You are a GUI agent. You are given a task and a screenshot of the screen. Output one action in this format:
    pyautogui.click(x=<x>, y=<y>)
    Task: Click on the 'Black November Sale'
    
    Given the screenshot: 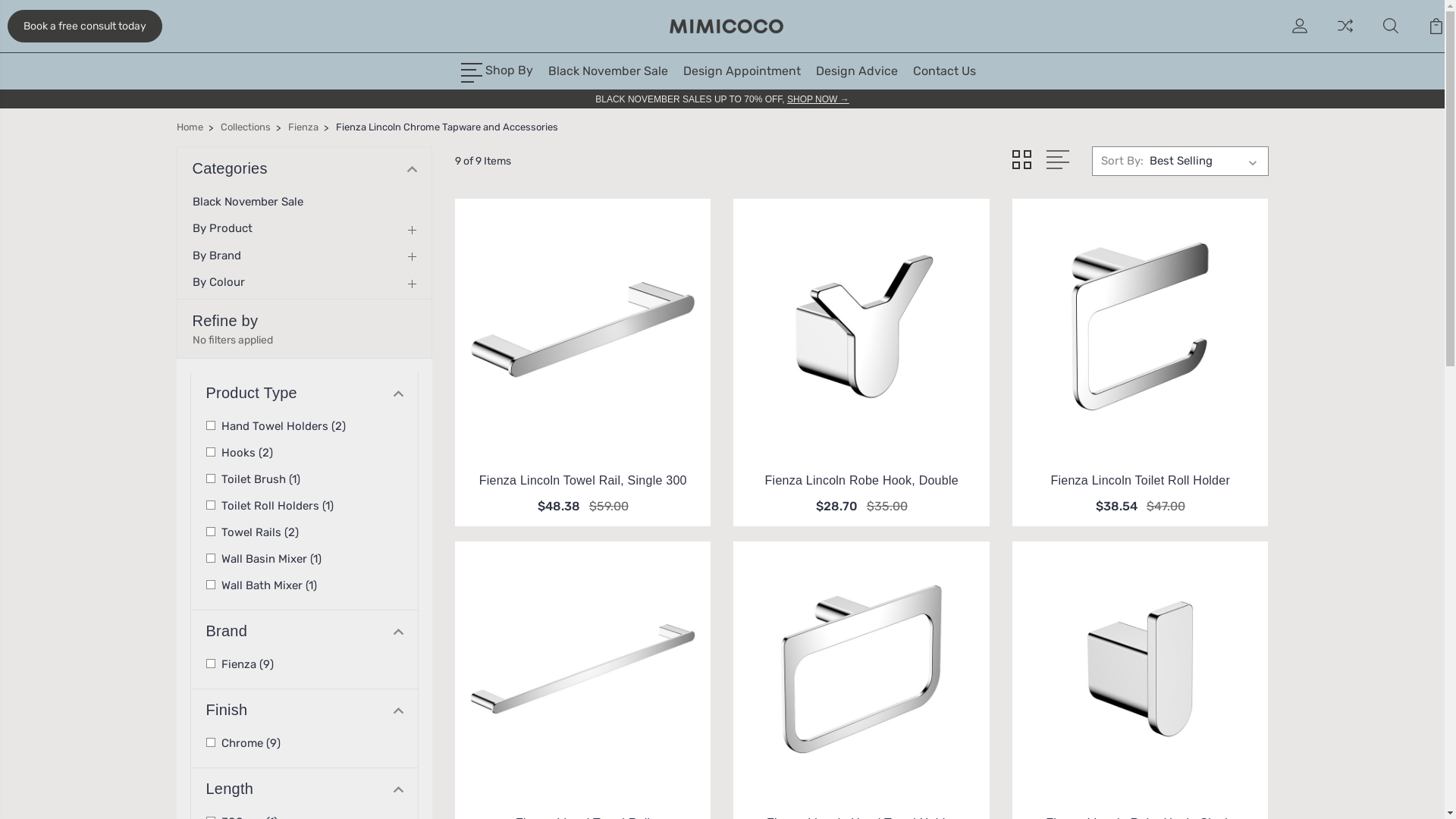 What is the action you would take?
    pyautogui.click(x=257, y=201)
    